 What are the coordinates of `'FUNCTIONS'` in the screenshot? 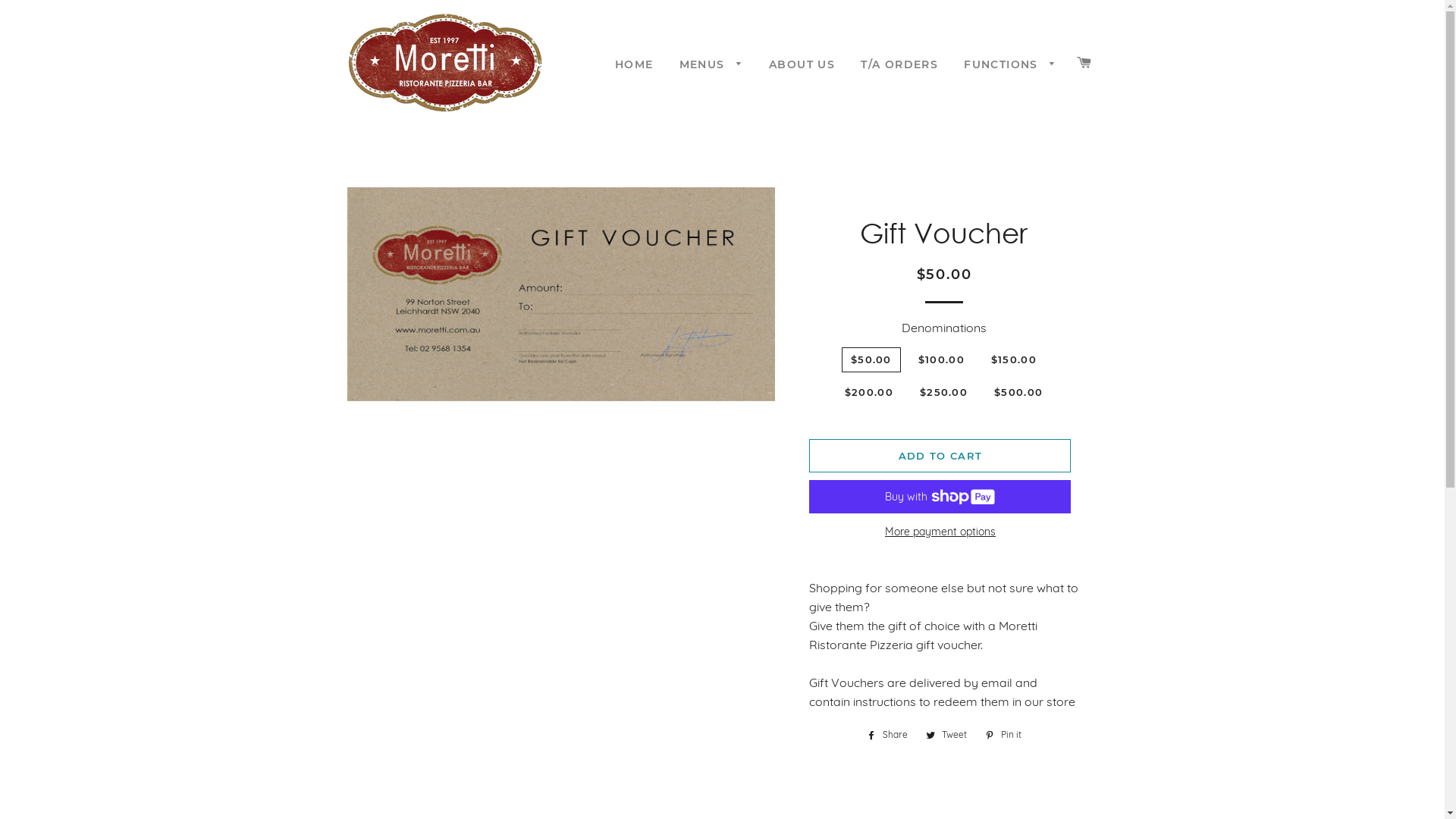 It's located at (1009, 64).